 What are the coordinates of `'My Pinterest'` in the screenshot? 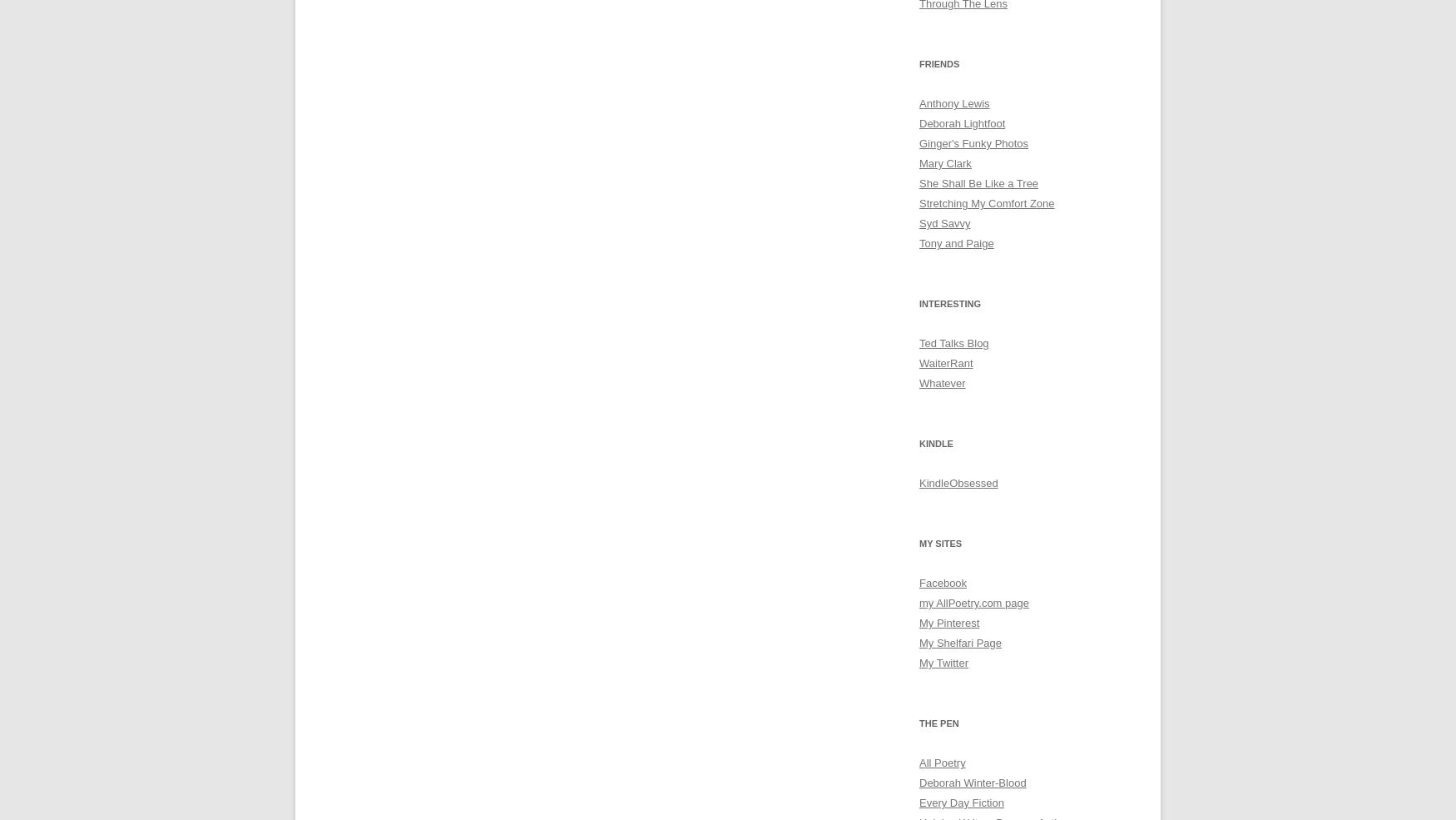 It's located at (919, 623).